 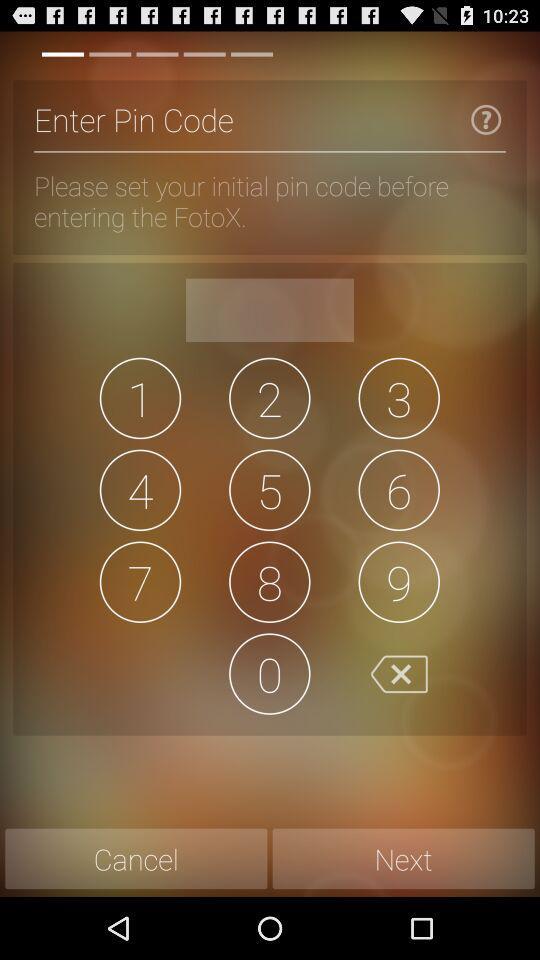 I want to click on the help icon, so click(x=485, y=127).